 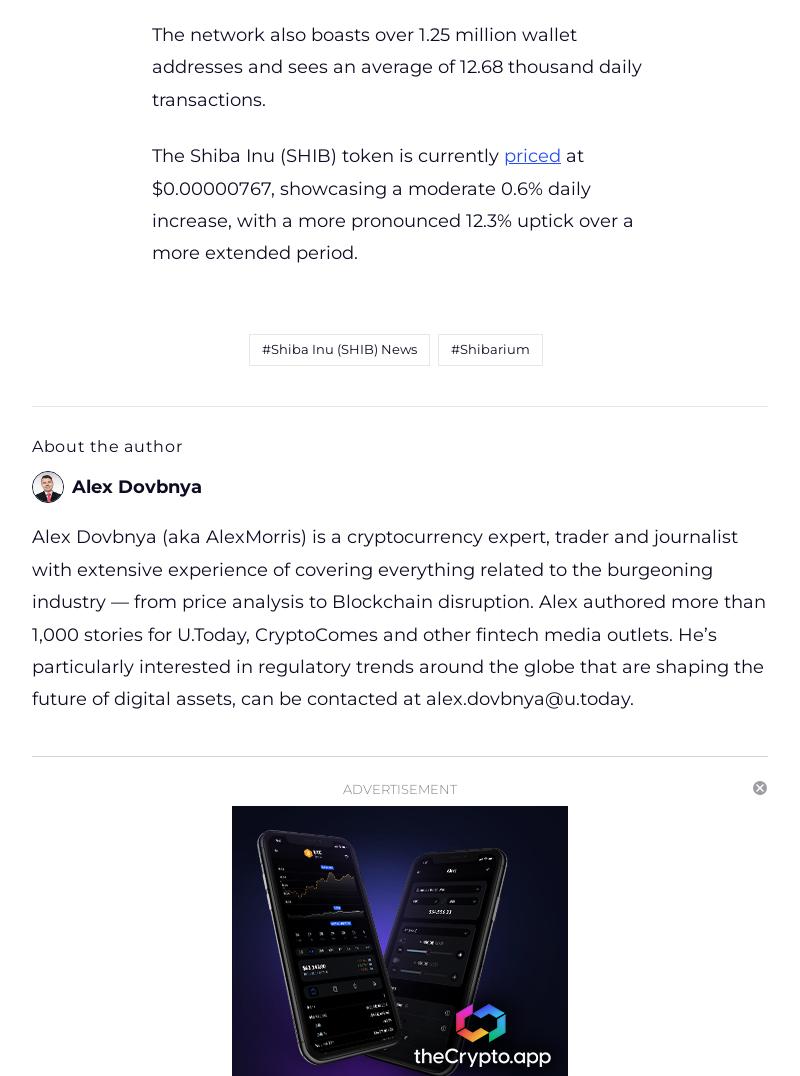 What do you see at coordinates (400, 787) in the screenshot?
I see `'Advertisement'` at bounding box center [400, 787].